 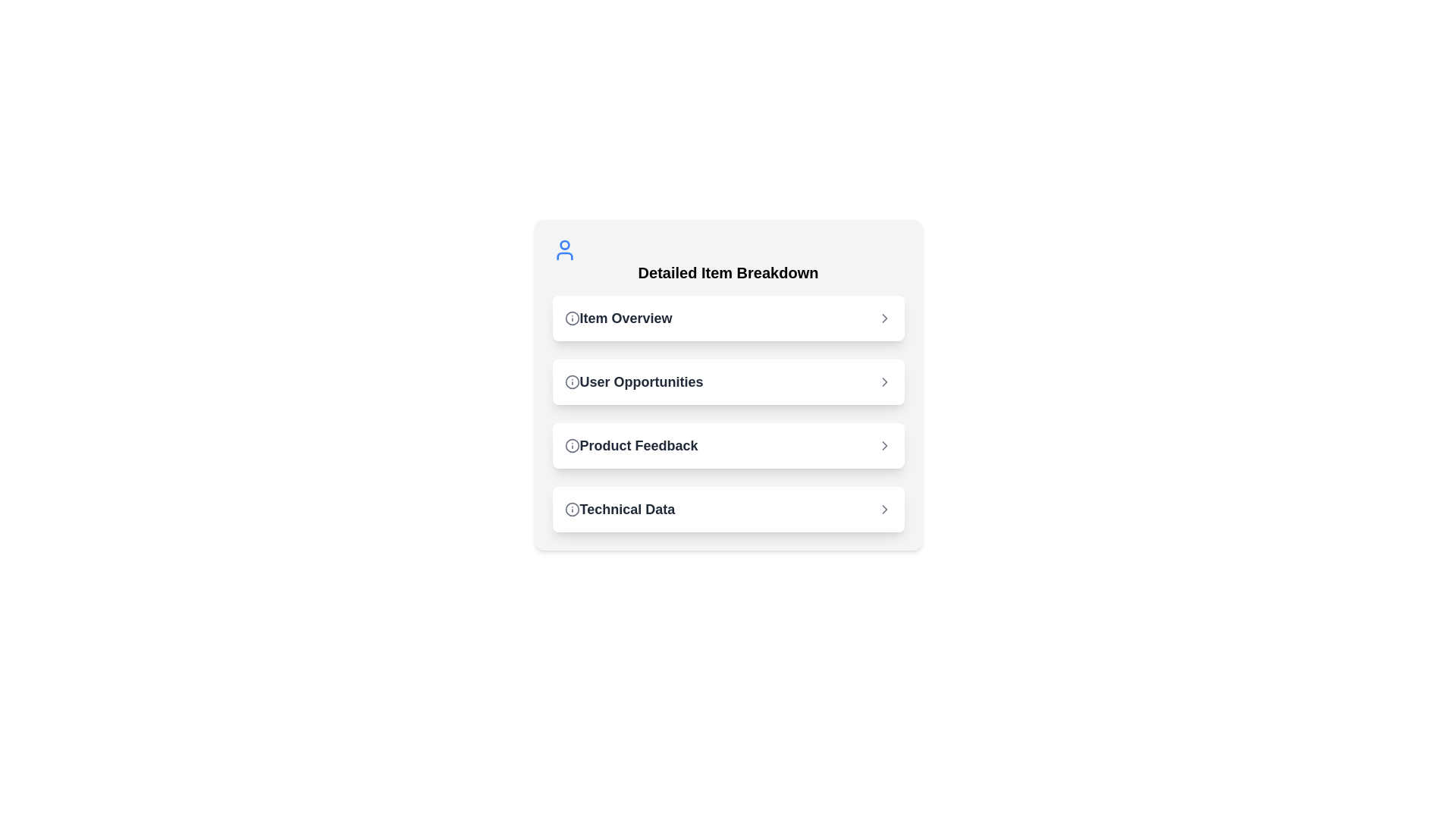 I want to click on the circular informational icon with a dot in the center, located to the left of the 'Item Overview' label in the first row under the 'Detailed Item Breakdown' section for additional information, so click(x=571, y=318).